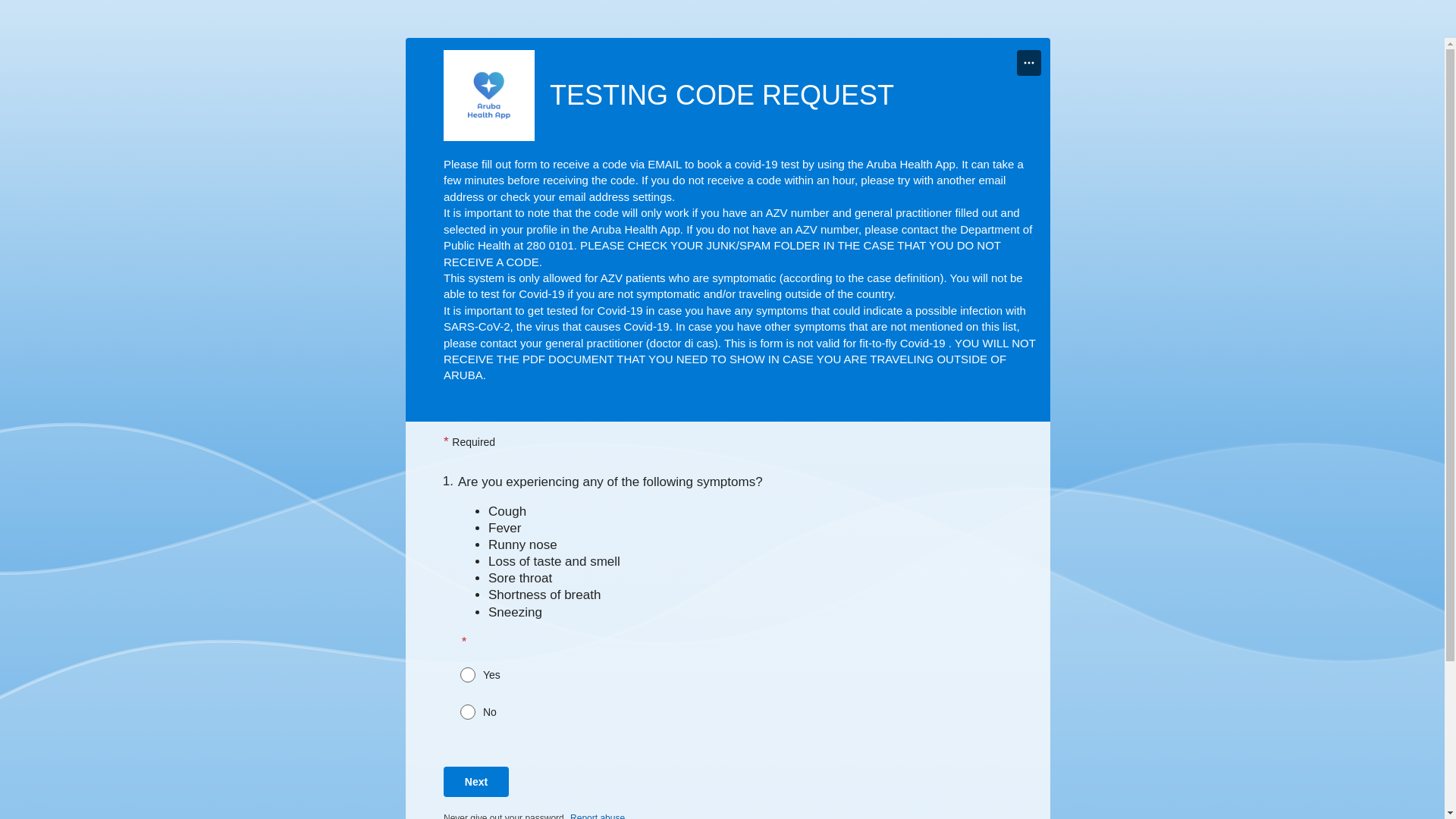 The width and height of the screenshot is (1456, 819). I want to click on 'Next', so click(475, 781).